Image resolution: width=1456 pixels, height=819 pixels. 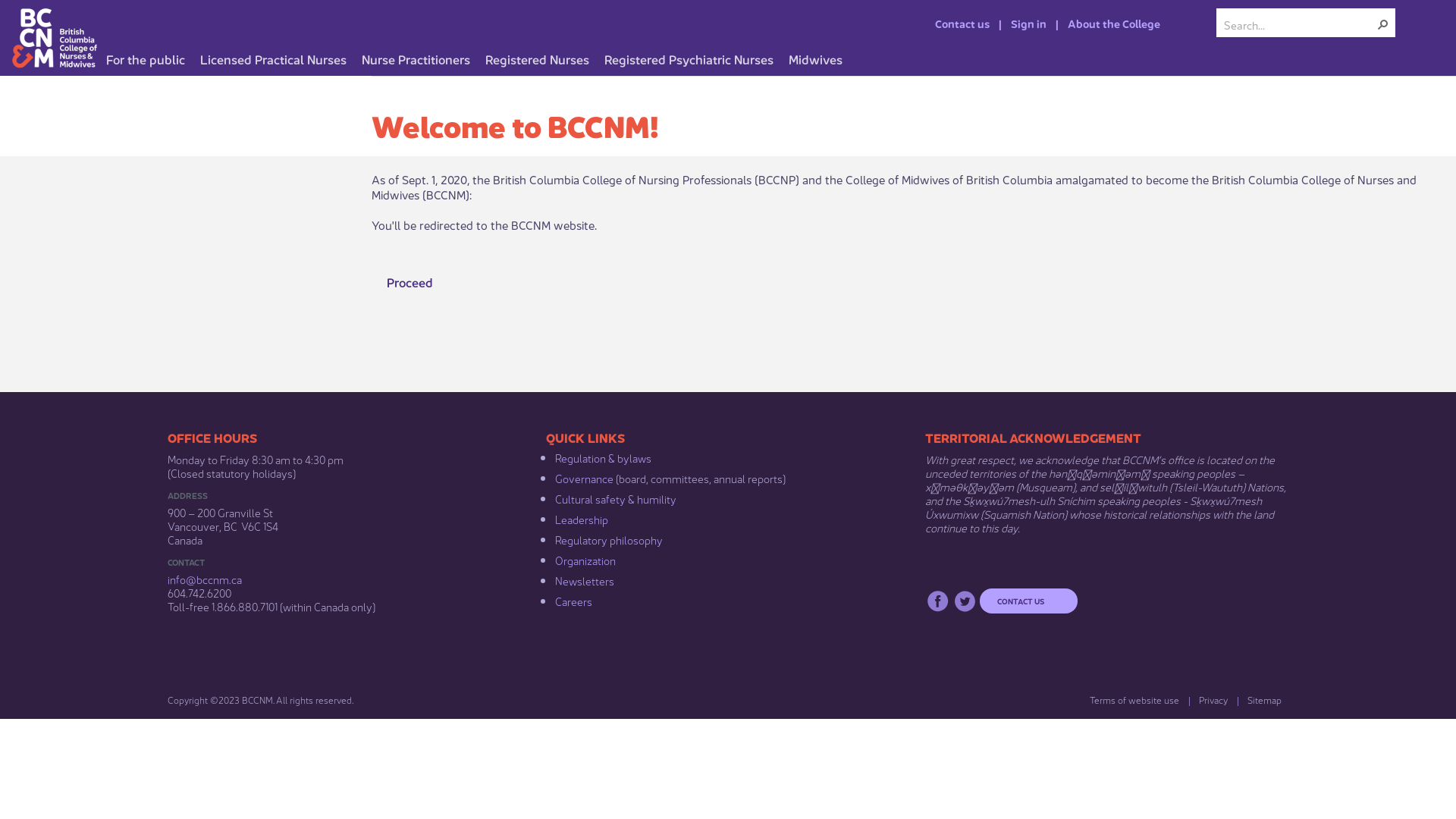 What do you see at coordinates (1237, 699) in the screenshot?
I see `'Sitemap'` at bounding box center [1237, 699].